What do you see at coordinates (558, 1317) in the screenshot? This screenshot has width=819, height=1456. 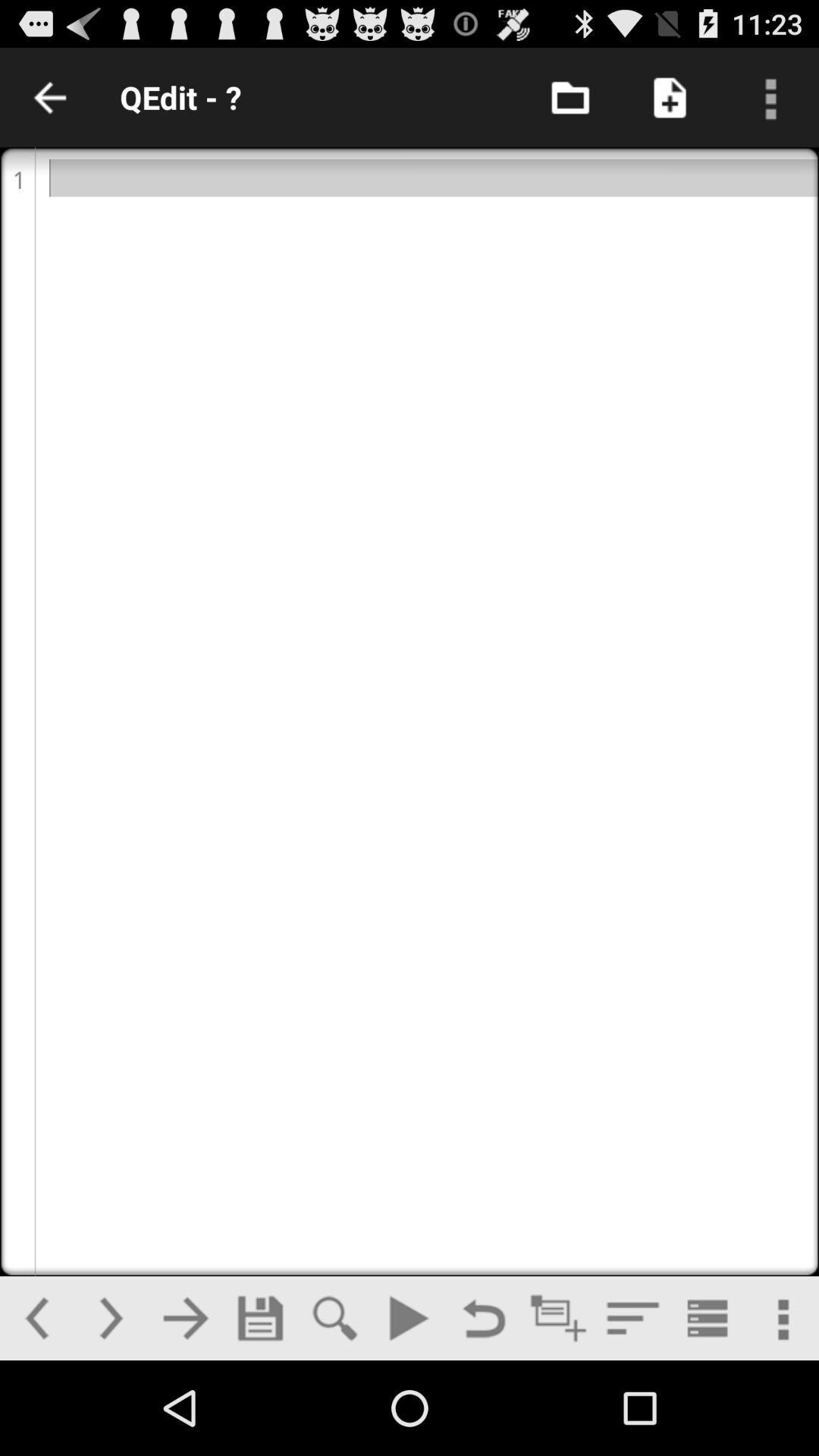 I see `text field` at bounding box center [558, 1317].